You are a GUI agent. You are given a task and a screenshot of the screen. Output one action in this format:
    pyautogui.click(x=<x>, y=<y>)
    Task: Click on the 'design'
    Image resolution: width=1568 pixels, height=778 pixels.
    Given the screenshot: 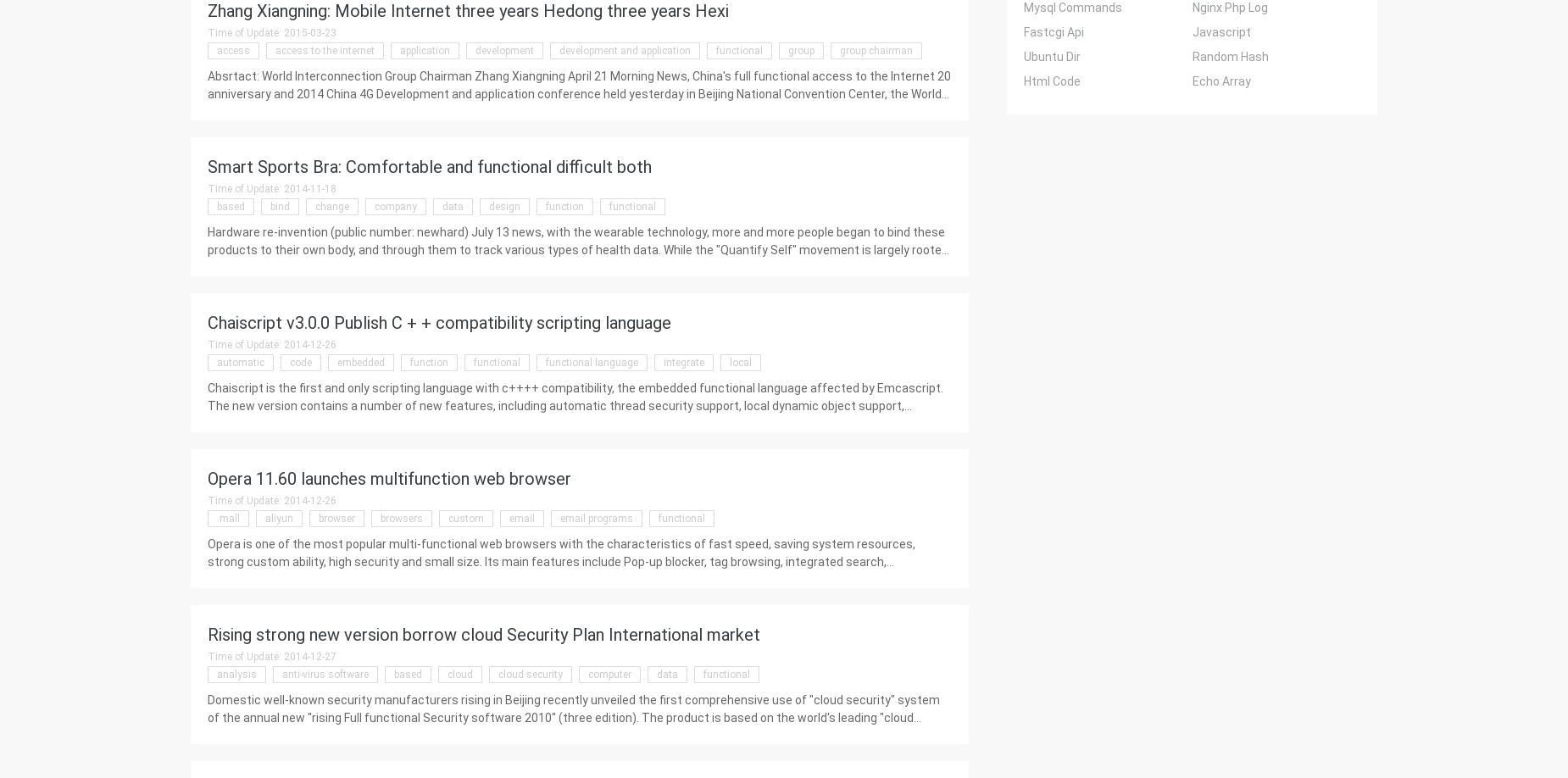 What is the action you would take?
    pyautogui.click(x=489, y=206)
    